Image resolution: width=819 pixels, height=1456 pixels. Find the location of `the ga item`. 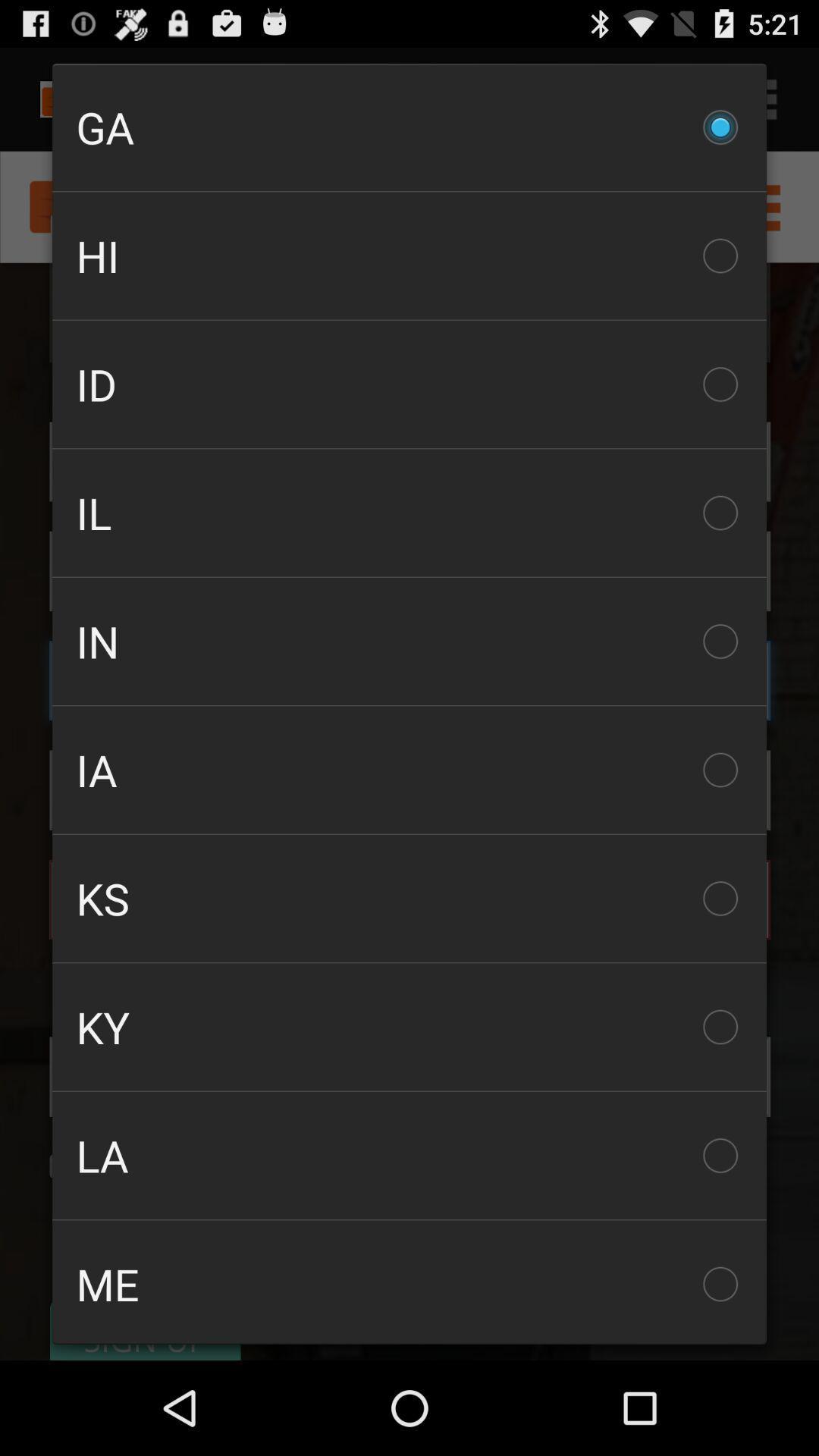

the ga item is located at coordinates (409, 127).